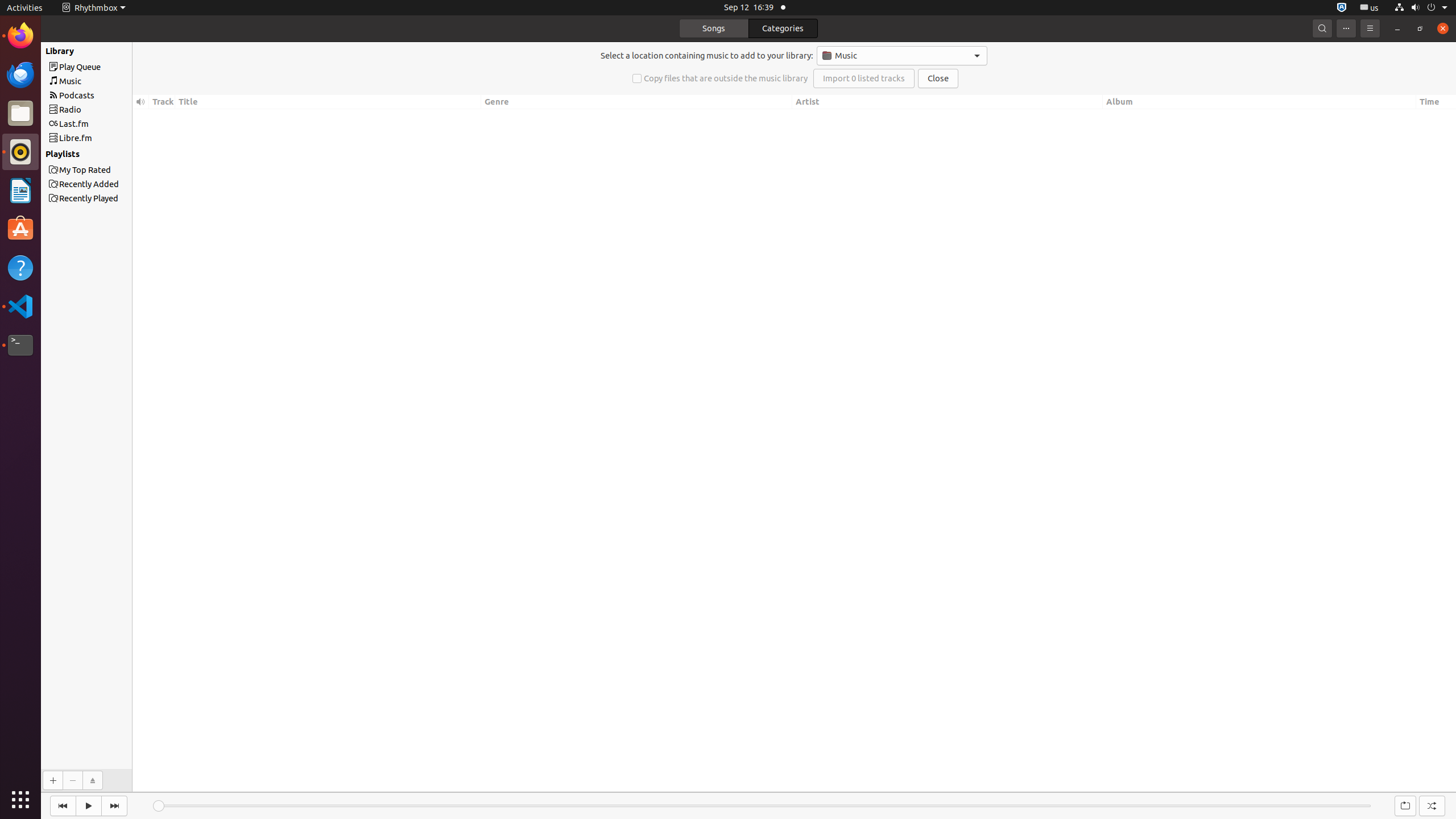  What do you see at coordinates (106, 66) in the screenshot?
I see `'Play Queue'` at bounding box center [106, 66].